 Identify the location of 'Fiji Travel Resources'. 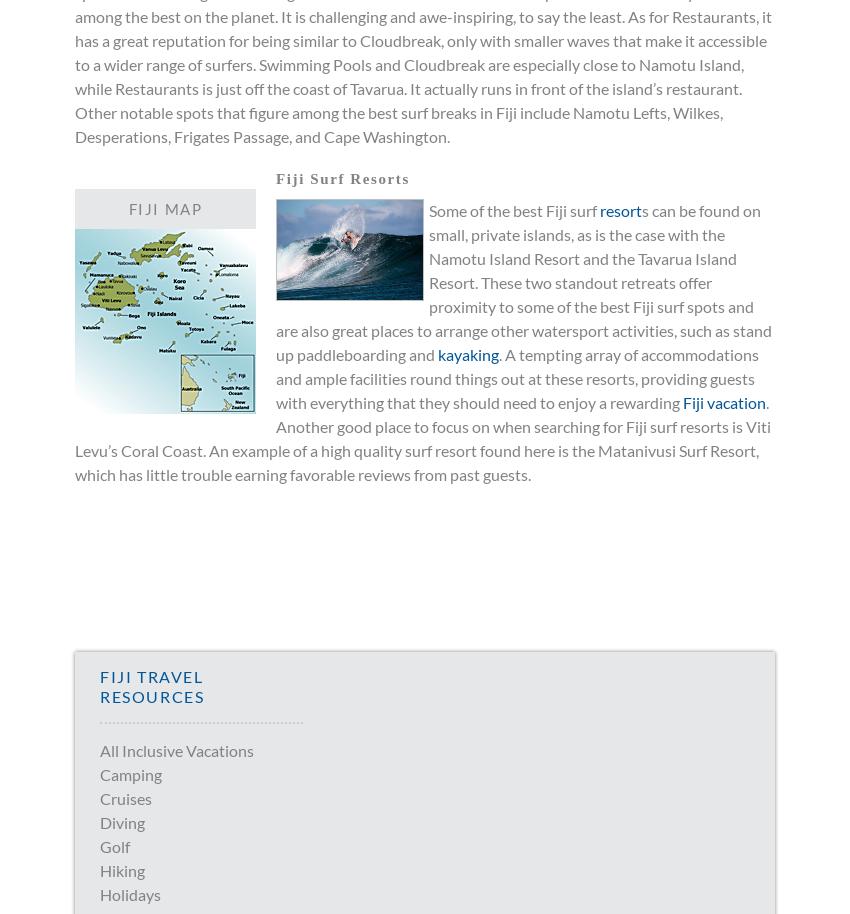
(151, 686).